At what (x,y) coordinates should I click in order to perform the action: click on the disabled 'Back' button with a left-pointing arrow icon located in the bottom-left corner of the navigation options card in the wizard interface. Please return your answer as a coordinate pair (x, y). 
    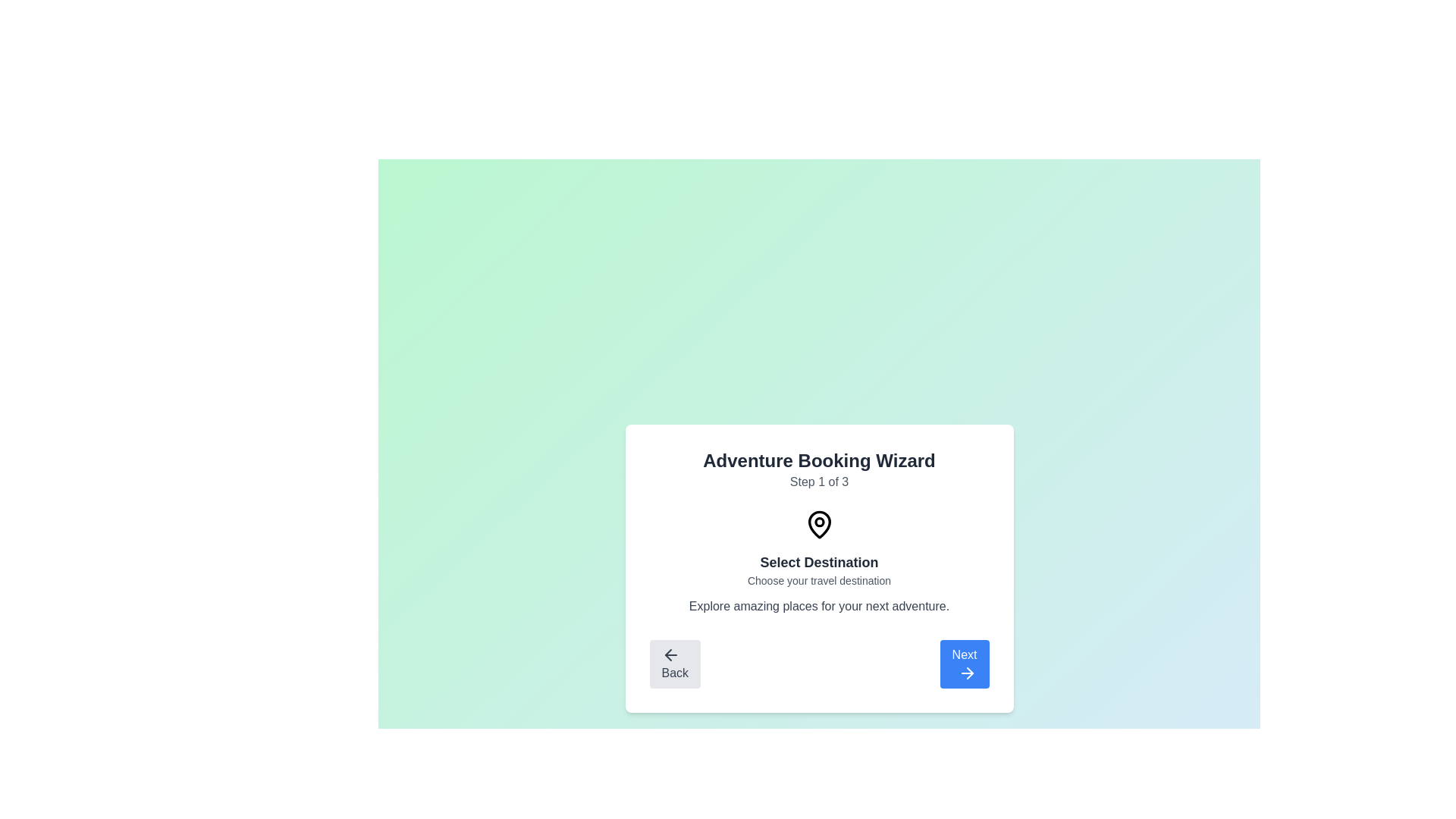
    Looking at the image, I should click on (674, 663).